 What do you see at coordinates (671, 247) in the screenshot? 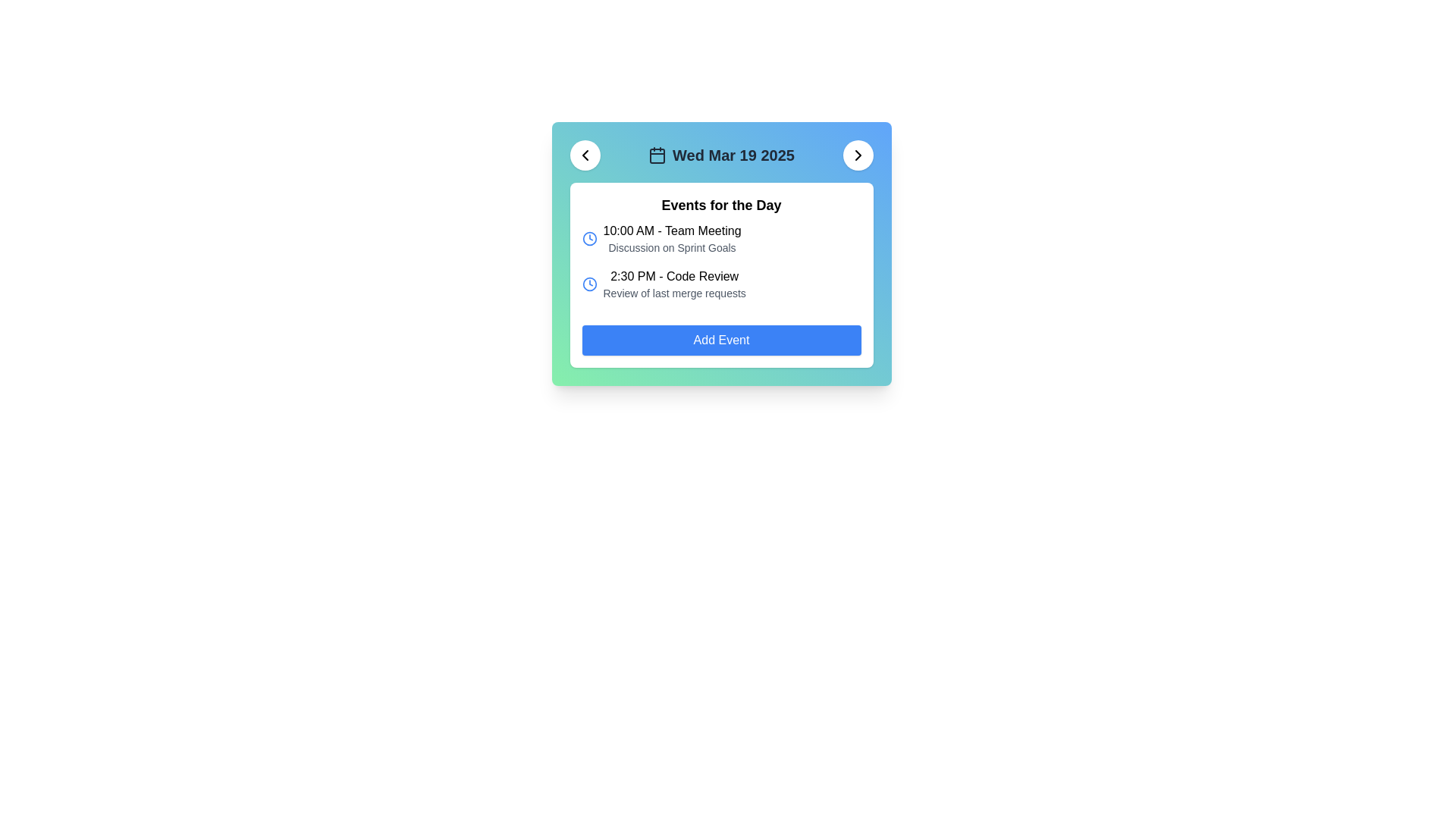
I see `the static text label that provides detailed information about the event or meeting, located directly beneath the heading '10:00 AM - Team Meeting'` at bounding box center [671, 247].